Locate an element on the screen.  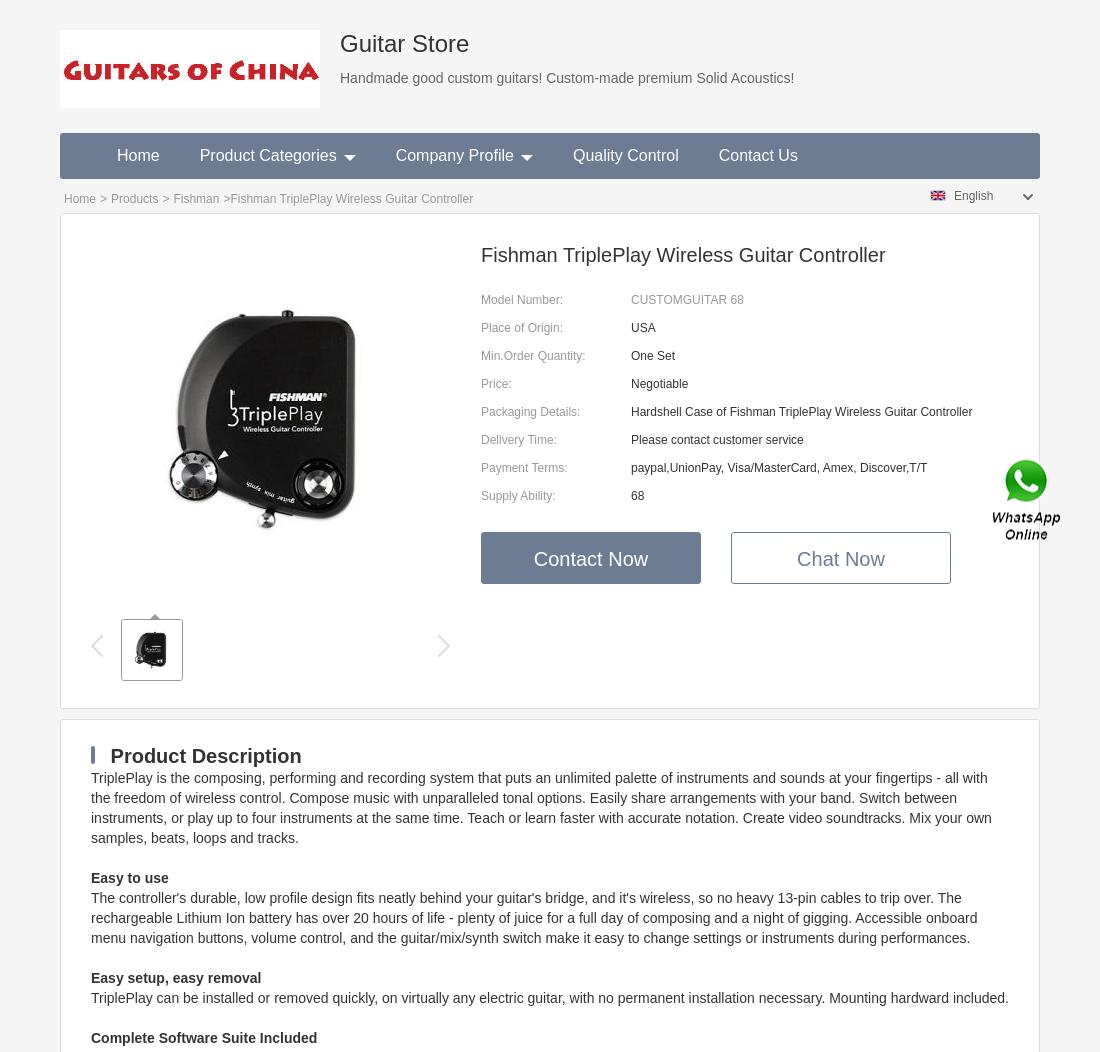
'Fishman' is located at coordinates (172, 199).